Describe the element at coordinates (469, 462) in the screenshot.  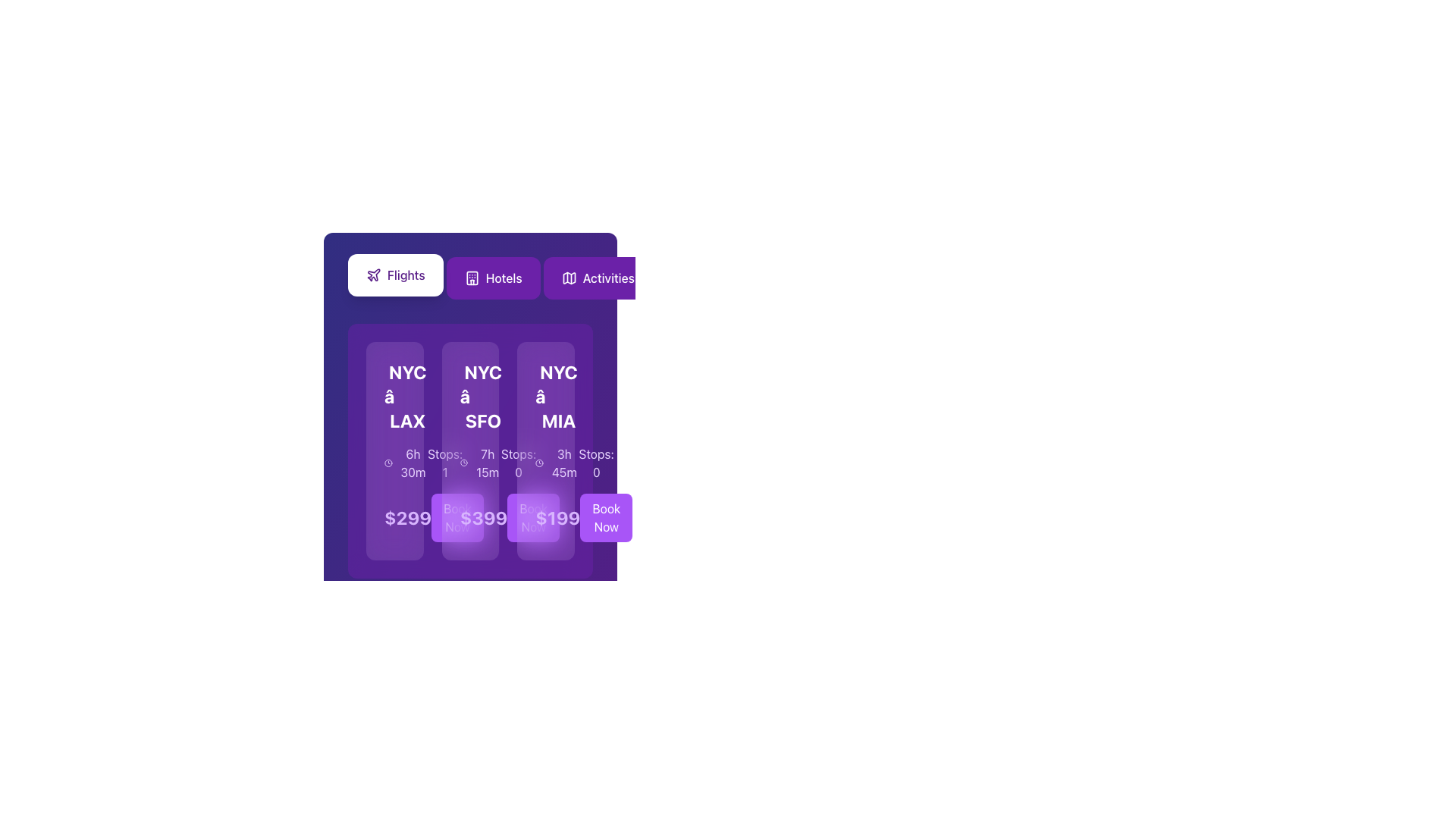
I see `the text label displaying '7h 15m Stops: 0', which is positioned below 'NYC → SFO' and above the price in the flight selection view` at that location.